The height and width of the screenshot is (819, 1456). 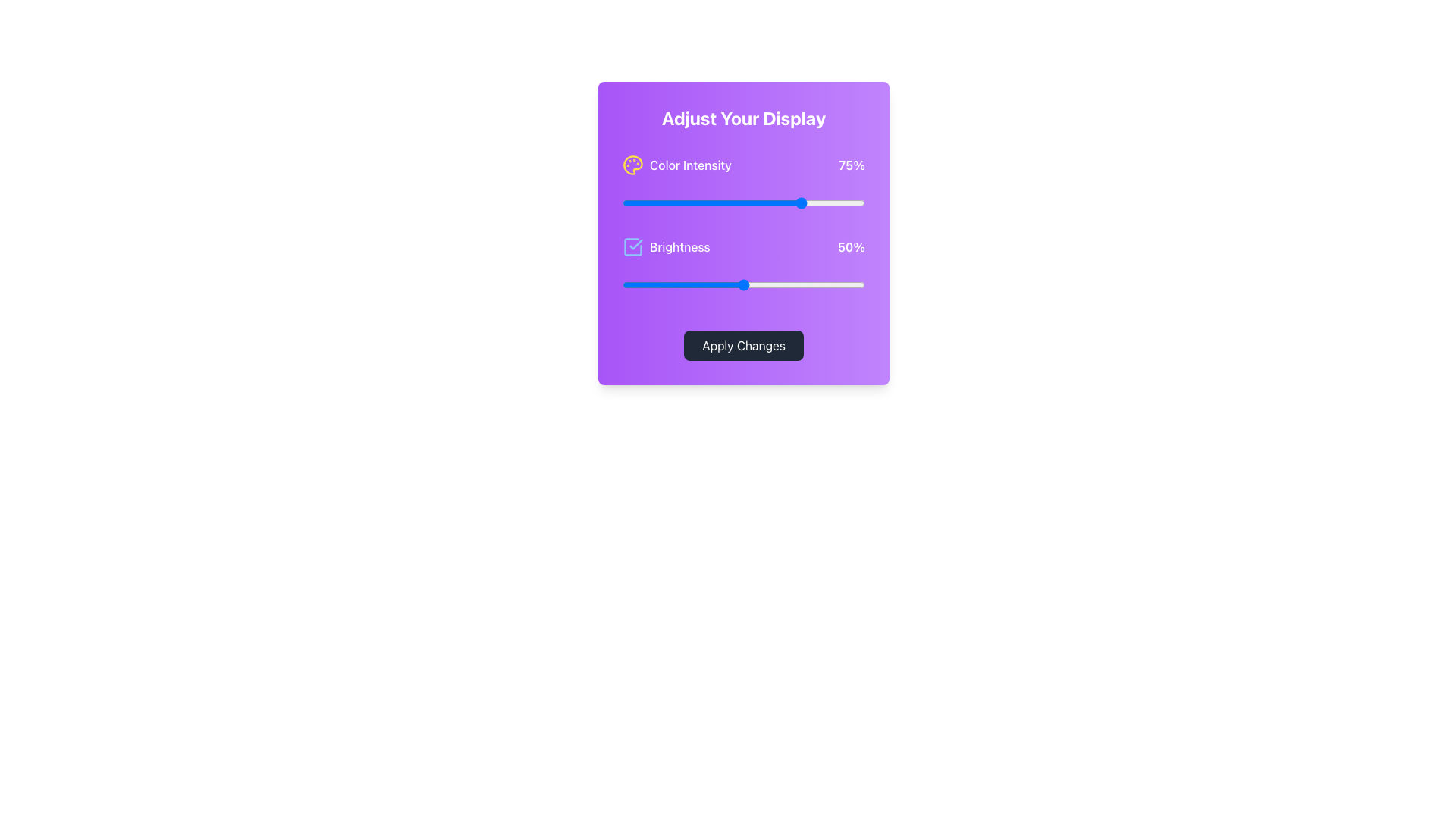 What do you see at coordinates (658, 284) in the screenshot?
I see `the Brightness slider` at bounding box center [658, 284].